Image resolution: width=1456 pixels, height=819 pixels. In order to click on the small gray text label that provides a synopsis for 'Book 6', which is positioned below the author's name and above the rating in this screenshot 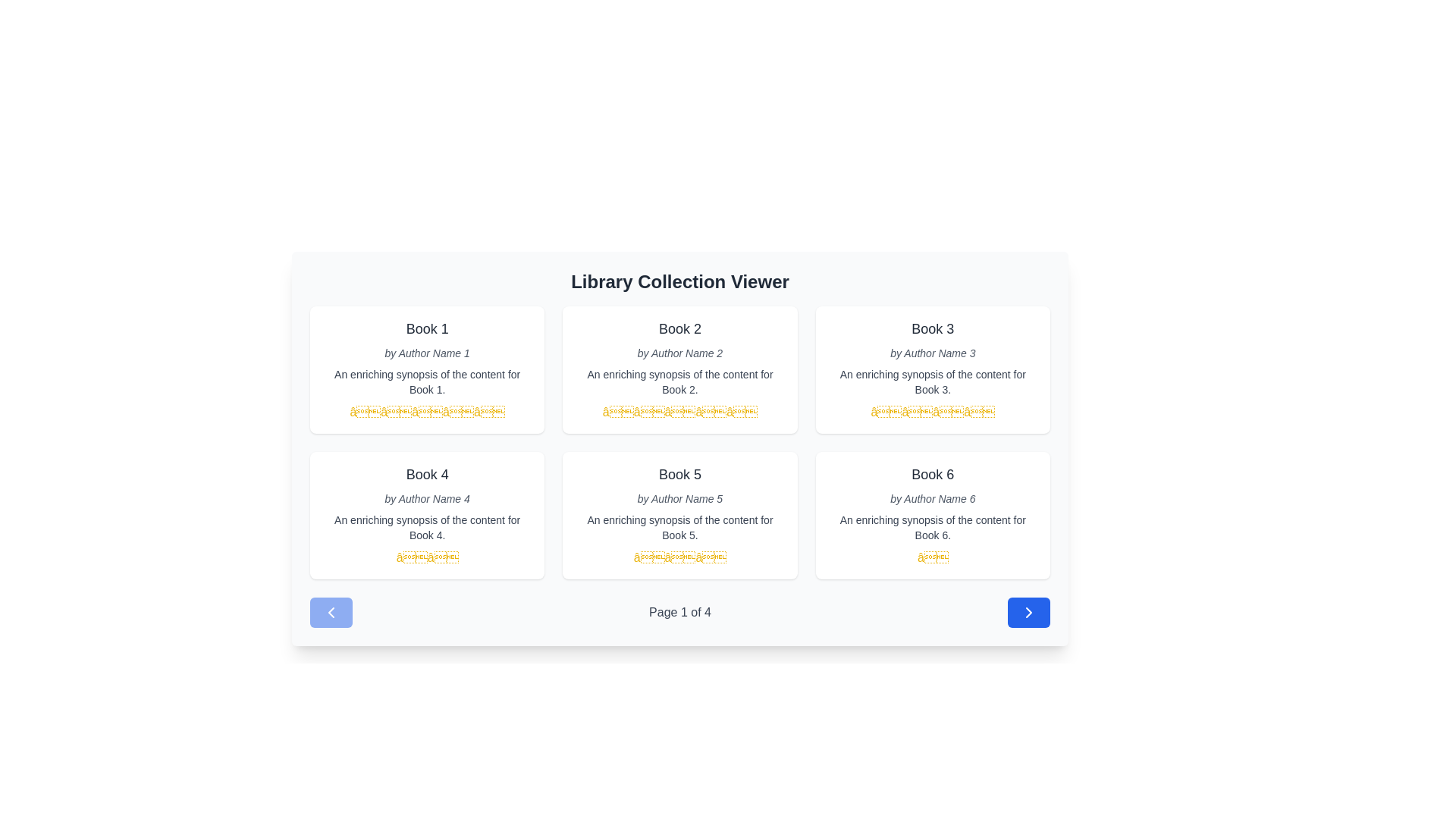, I will do `click(932, 526)`.